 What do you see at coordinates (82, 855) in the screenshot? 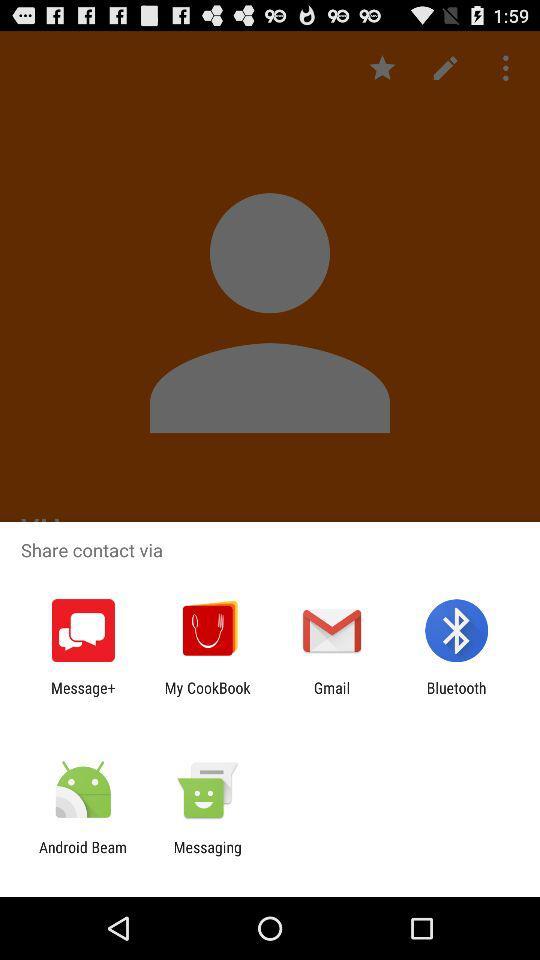
I see `icon to the left of messaging icon` at bounding box center [82, 855].